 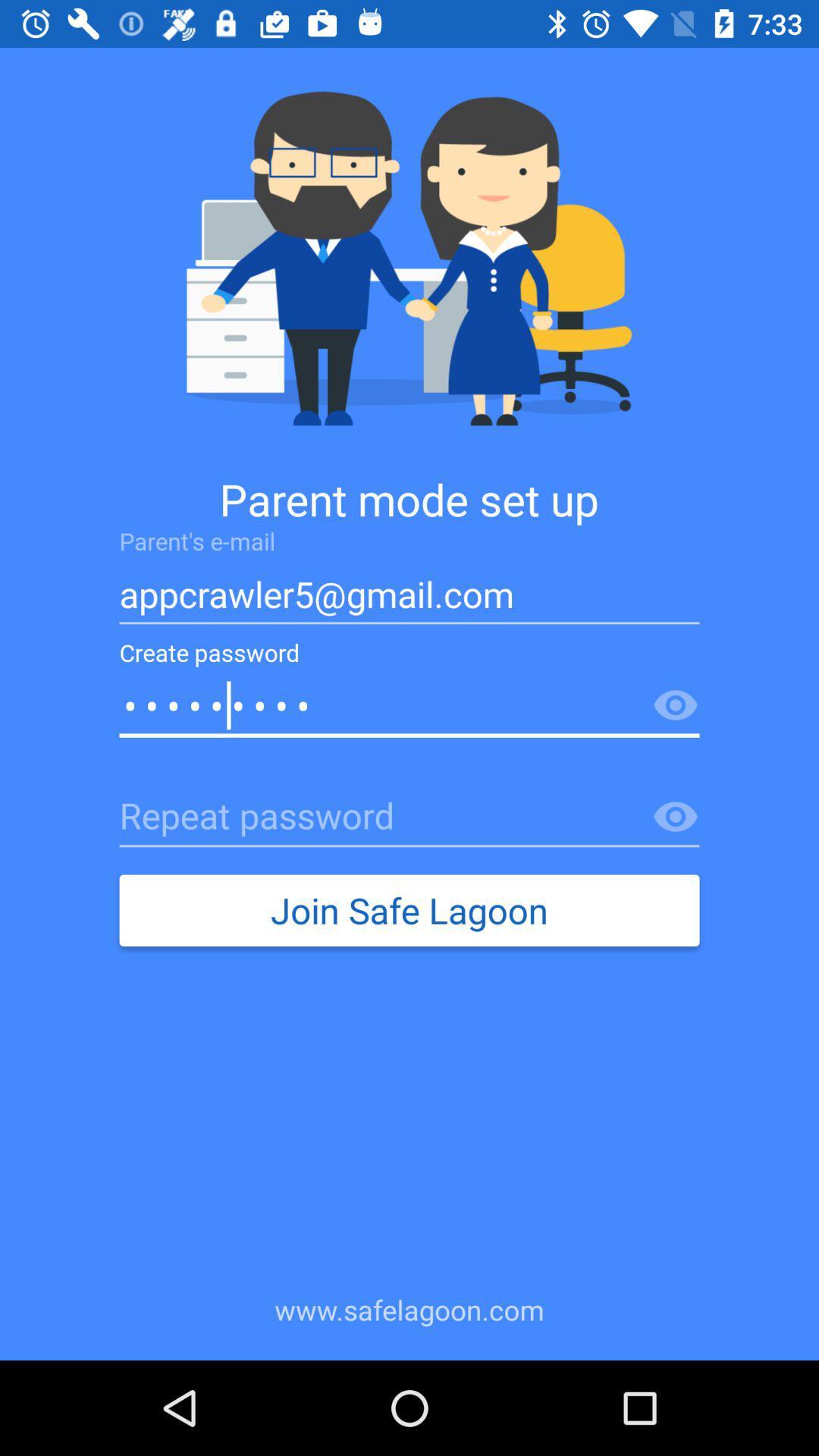 I want to click on password, so click(x=675, y=705).